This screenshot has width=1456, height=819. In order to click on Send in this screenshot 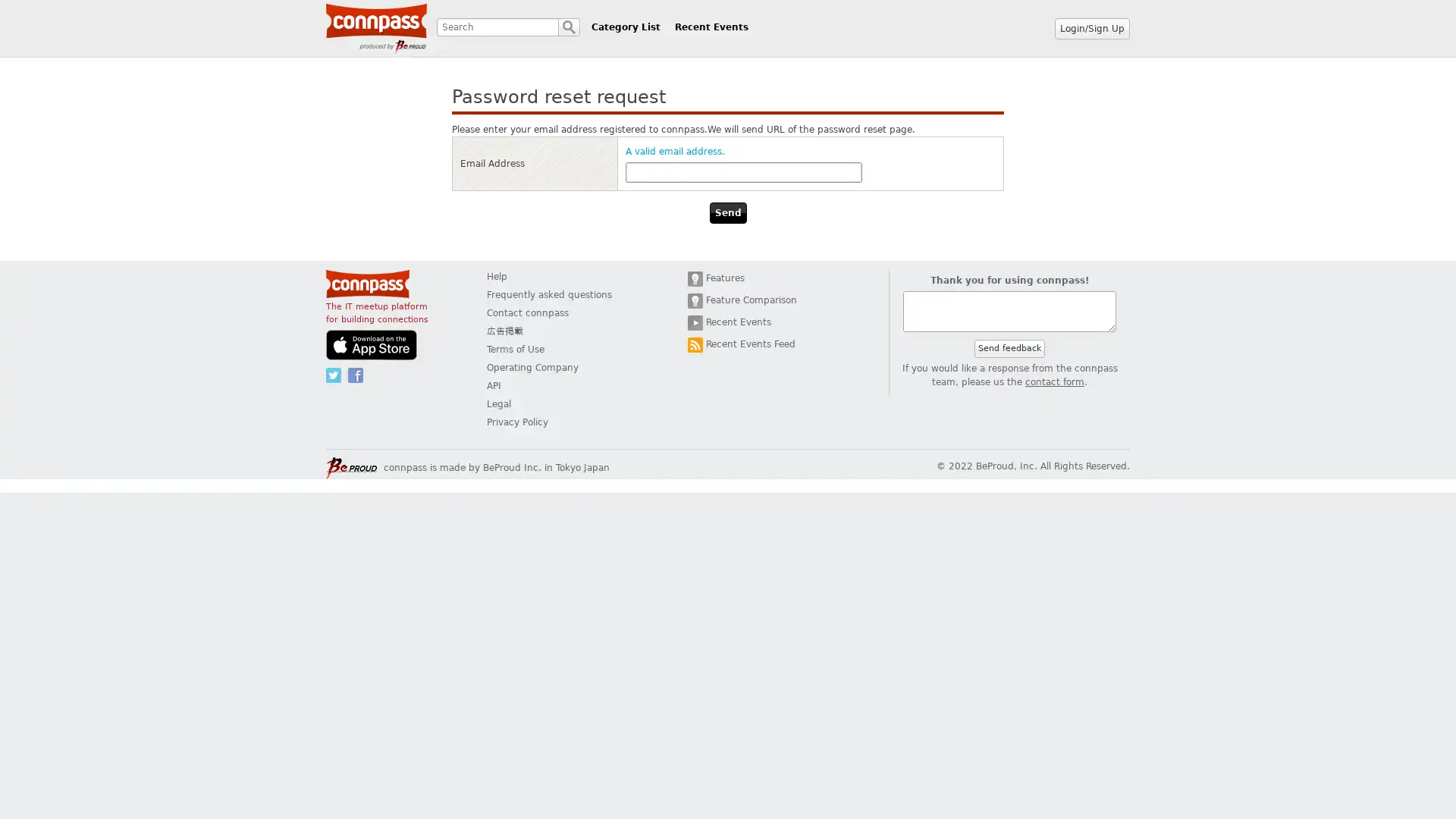, I will do `click(726, 213)`.